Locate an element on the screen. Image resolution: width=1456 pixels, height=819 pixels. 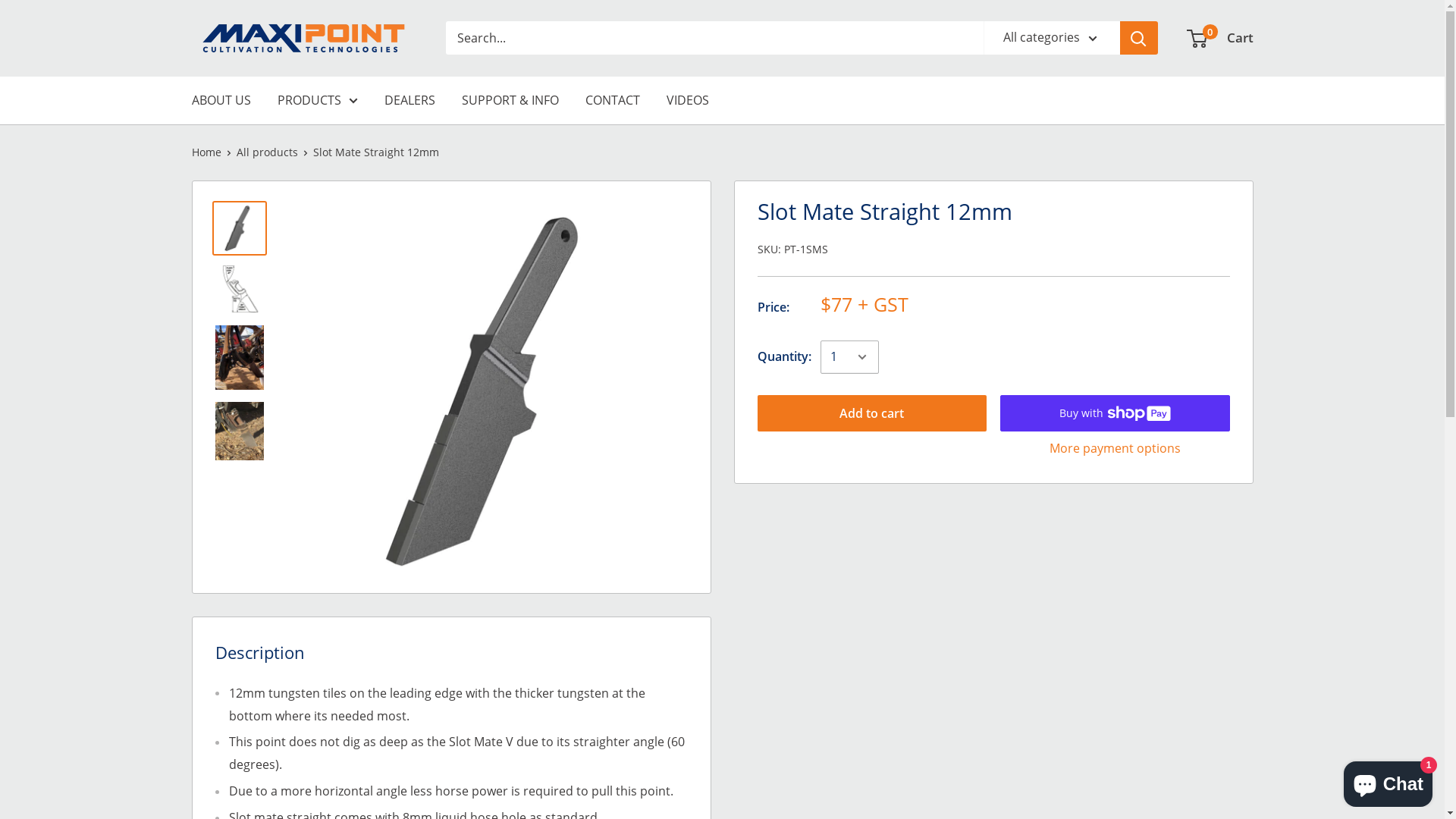
'VIDEOS' is located at coordinates (686, 100).